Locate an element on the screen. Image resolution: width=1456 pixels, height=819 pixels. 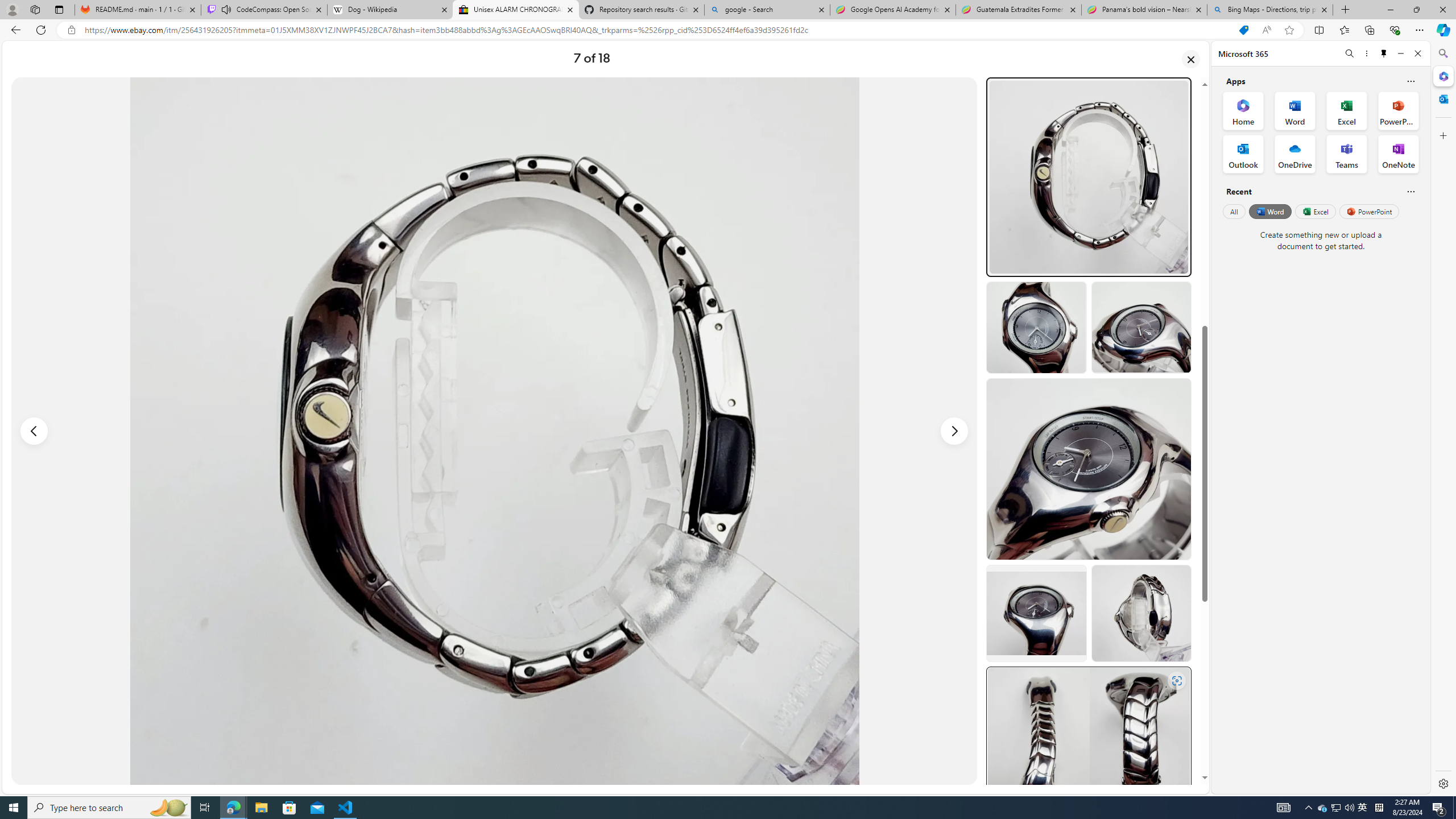
'Mute tab' is located at coordinates (226, 9).